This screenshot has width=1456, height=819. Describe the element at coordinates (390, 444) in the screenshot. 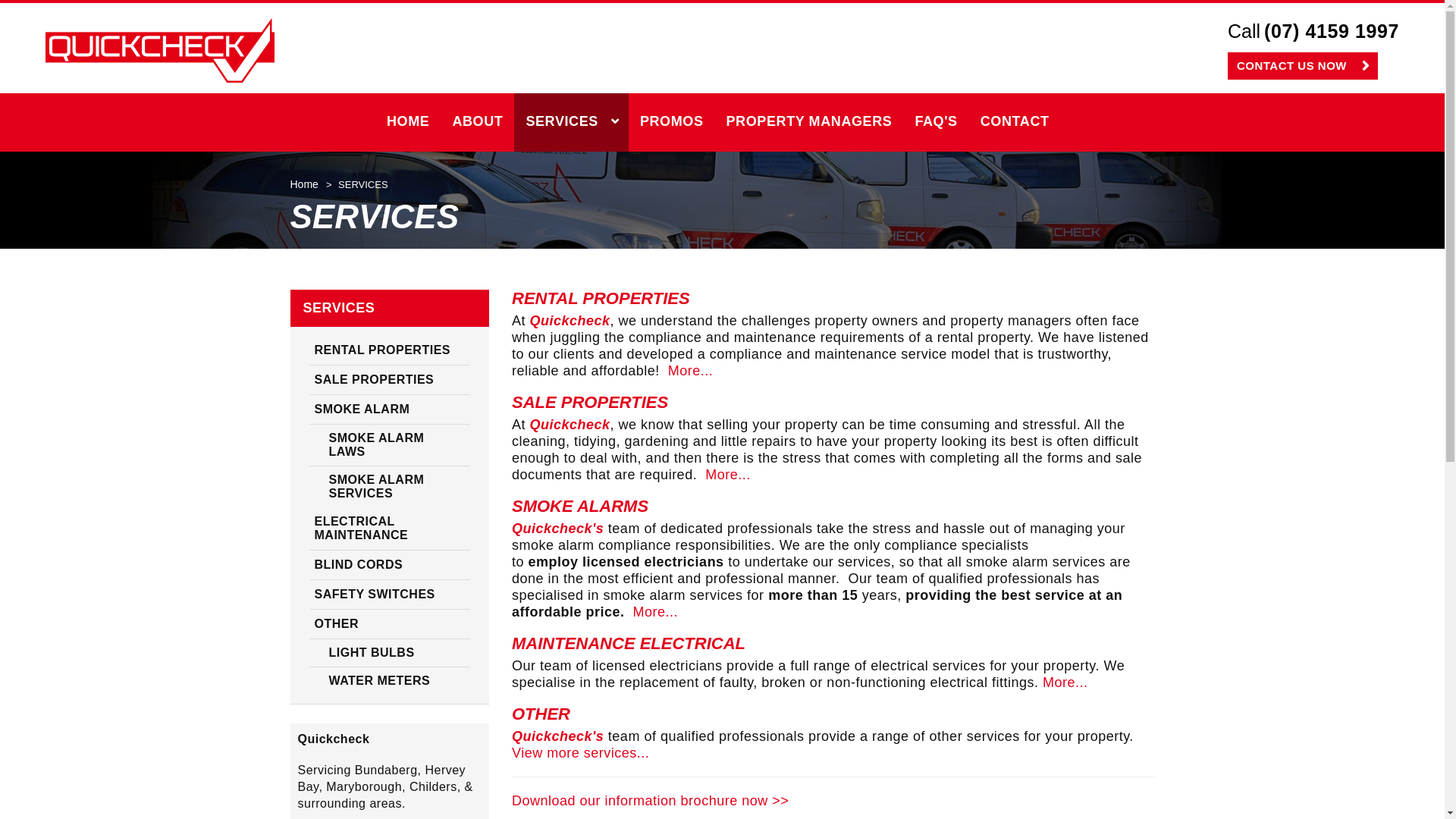

I see `'SMOKE ALARM LAWS'` at that location.